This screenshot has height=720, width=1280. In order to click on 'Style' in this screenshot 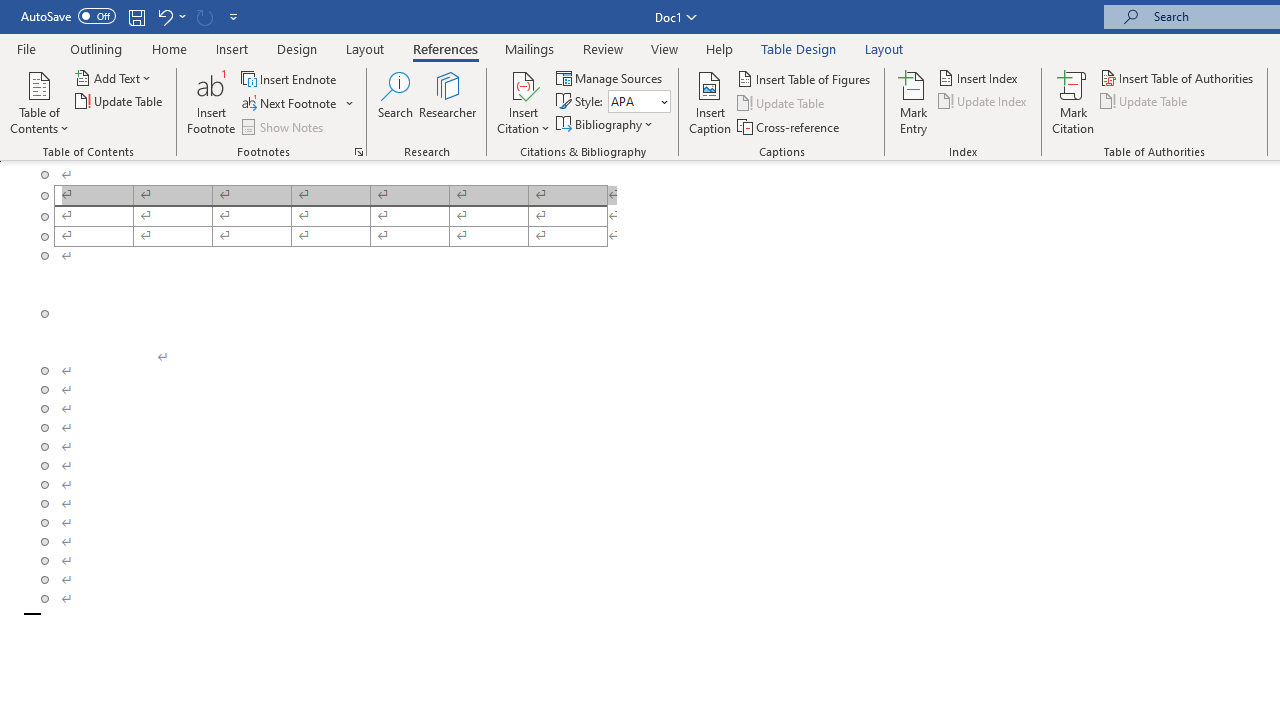, I will do `click(638, 101)`.